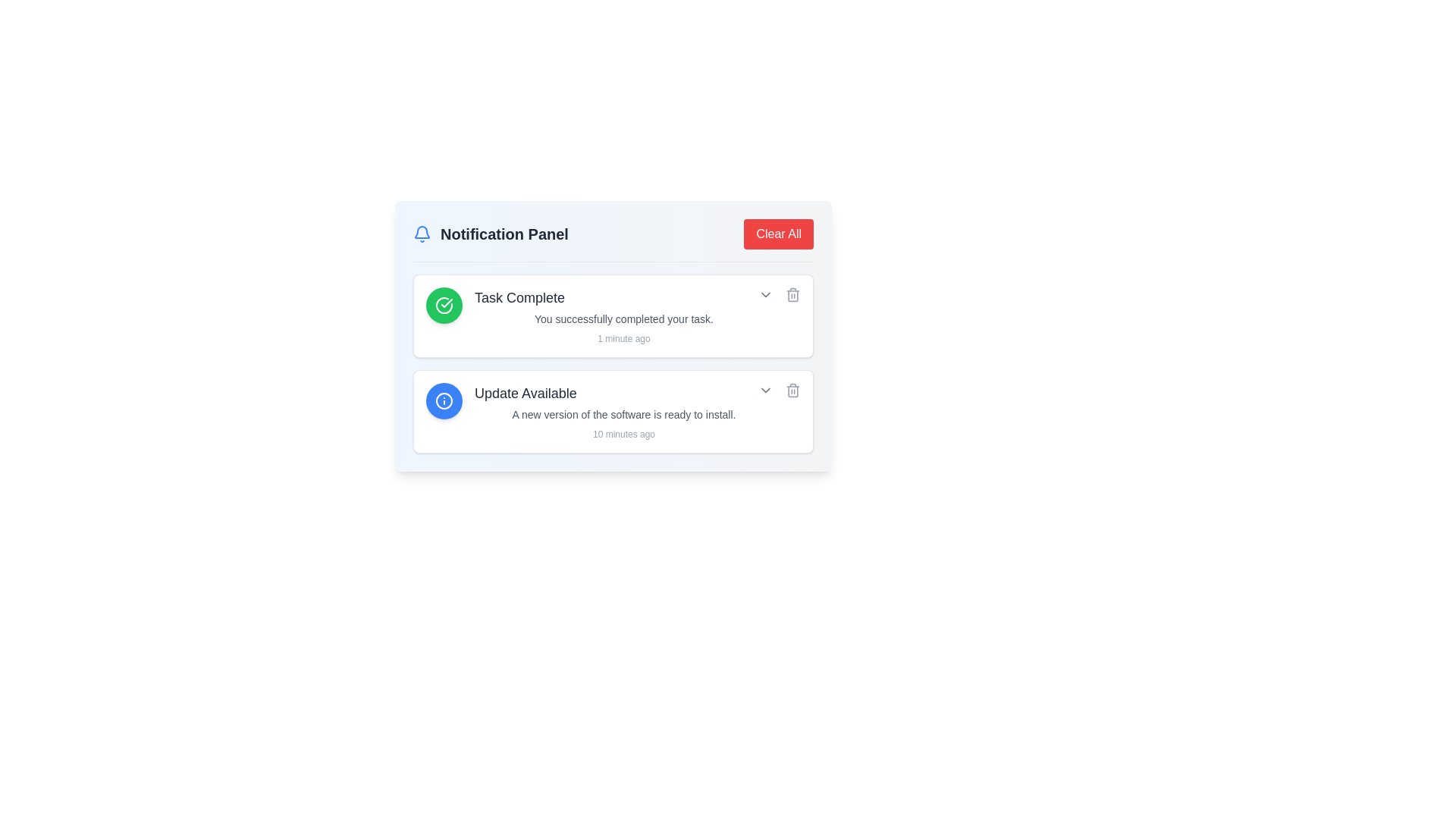  What do you see at coordinates (443, 305) in the screenshot?
I see `the success icon with a green background and white checkmark located on the left side of the 'Task Complete' notification` at bounding box center [443, 305].